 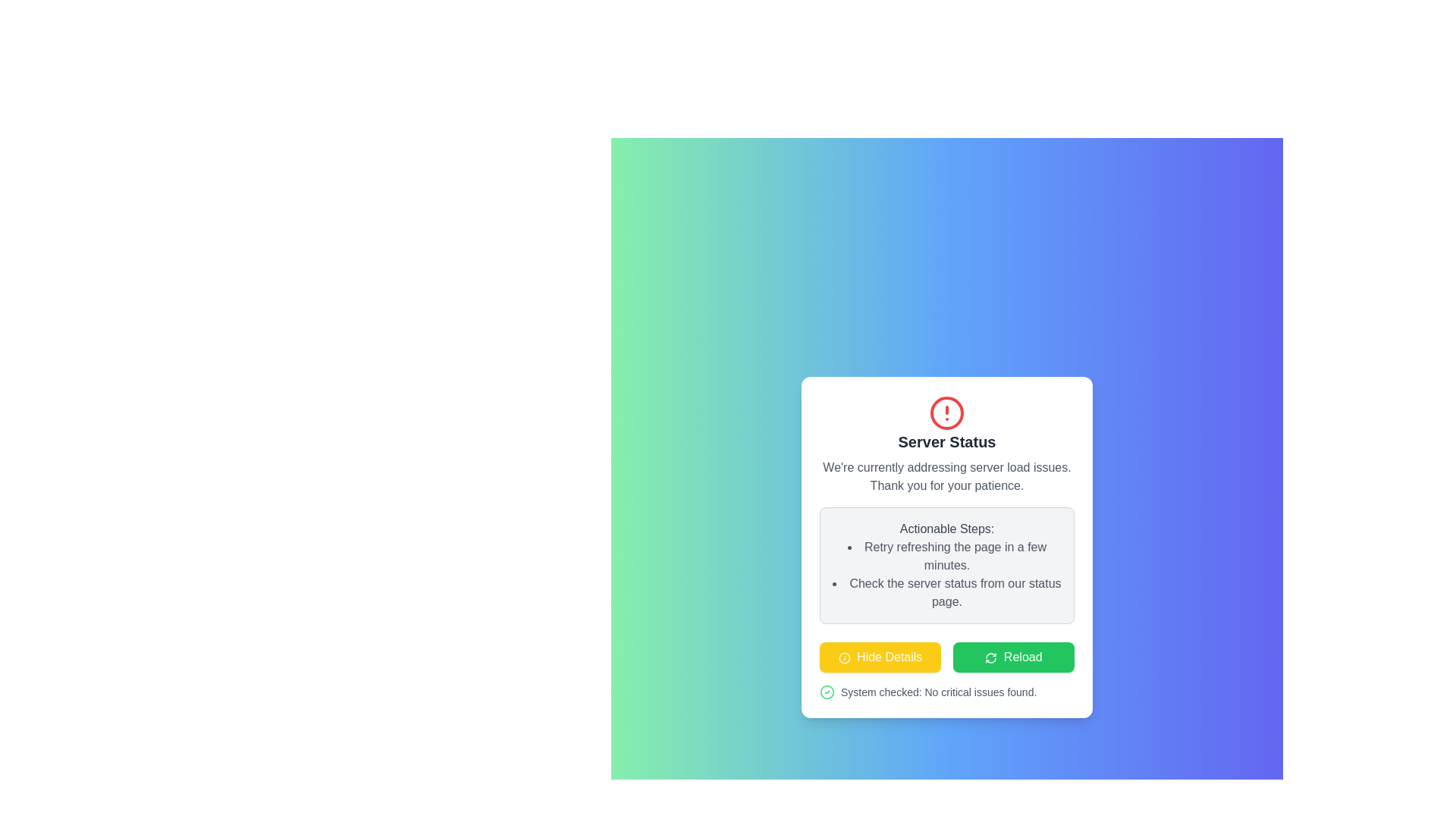 I want to click on static text title of the notification card, which summarizes the content and draws attention to the status information, located at the upper center area of the status card, so click(x=946, y=441).